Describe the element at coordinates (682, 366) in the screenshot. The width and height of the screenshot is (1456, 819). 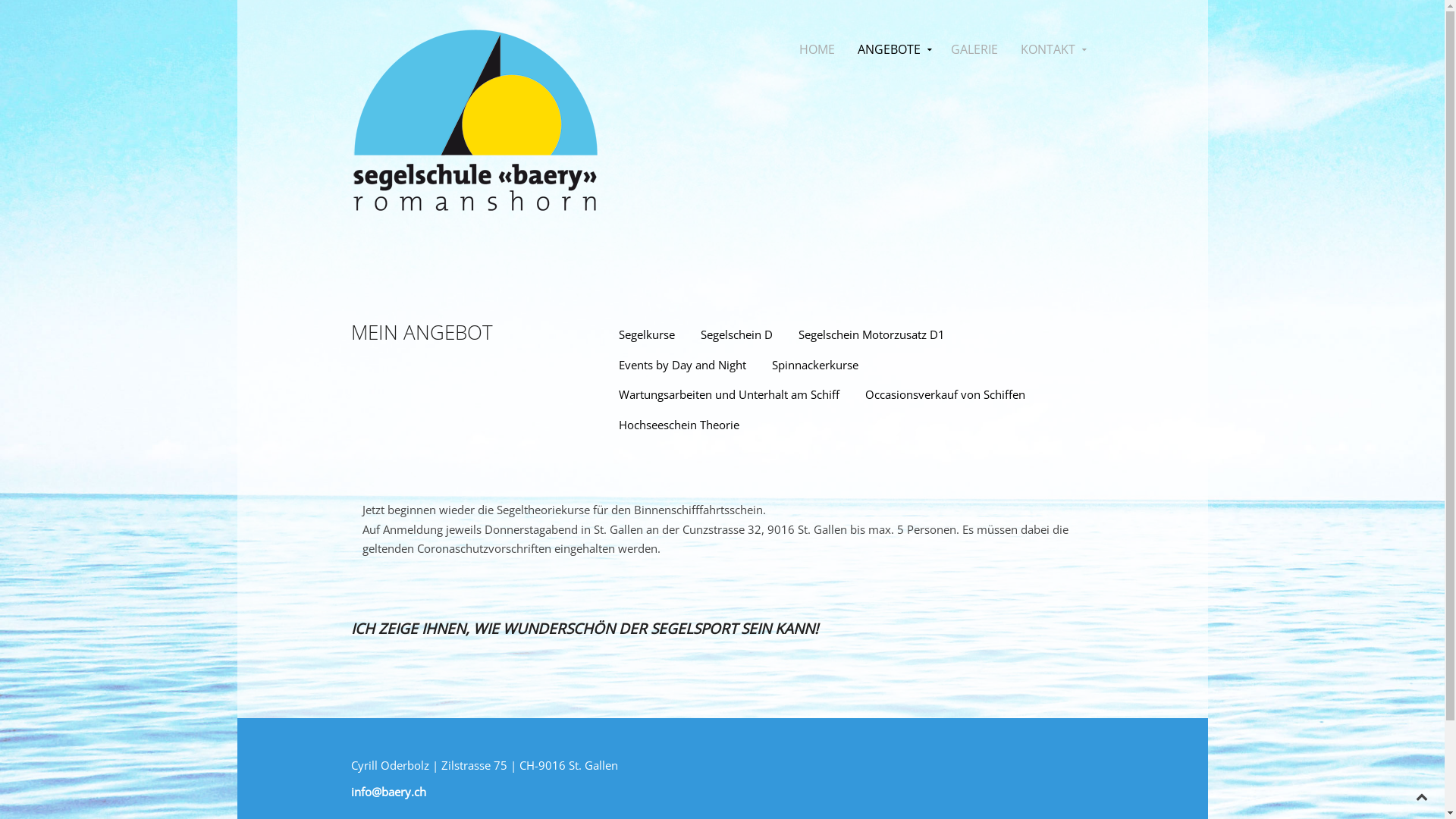
I see `'Events by Day and Night'` at that location.